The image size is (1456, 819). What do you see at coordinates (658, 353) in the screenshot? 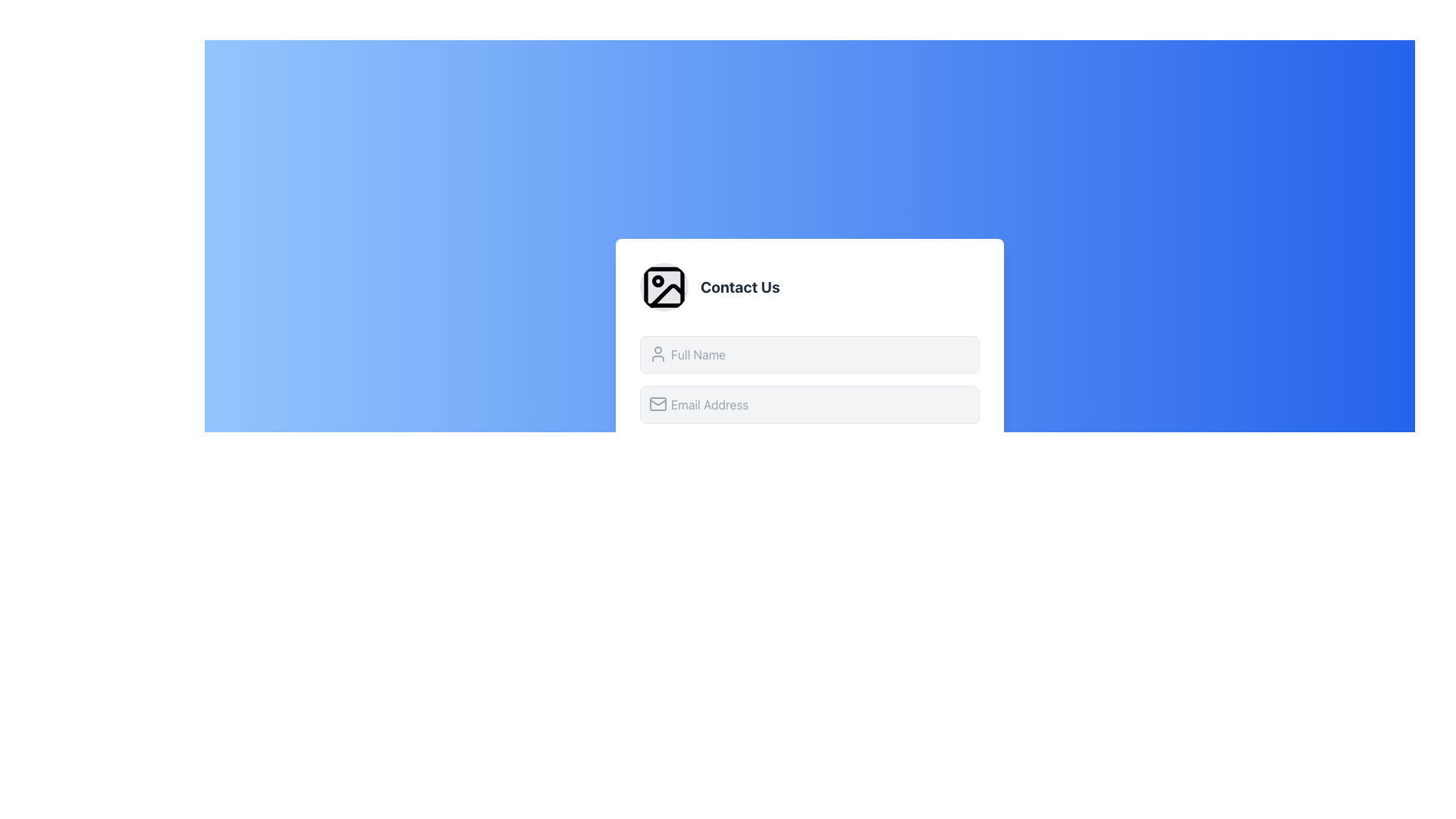
I see `the icon that indicates the user-related data entry for the 'Full Name' input field, positioned on the left side of the input box` at bounding box center [658, 353].